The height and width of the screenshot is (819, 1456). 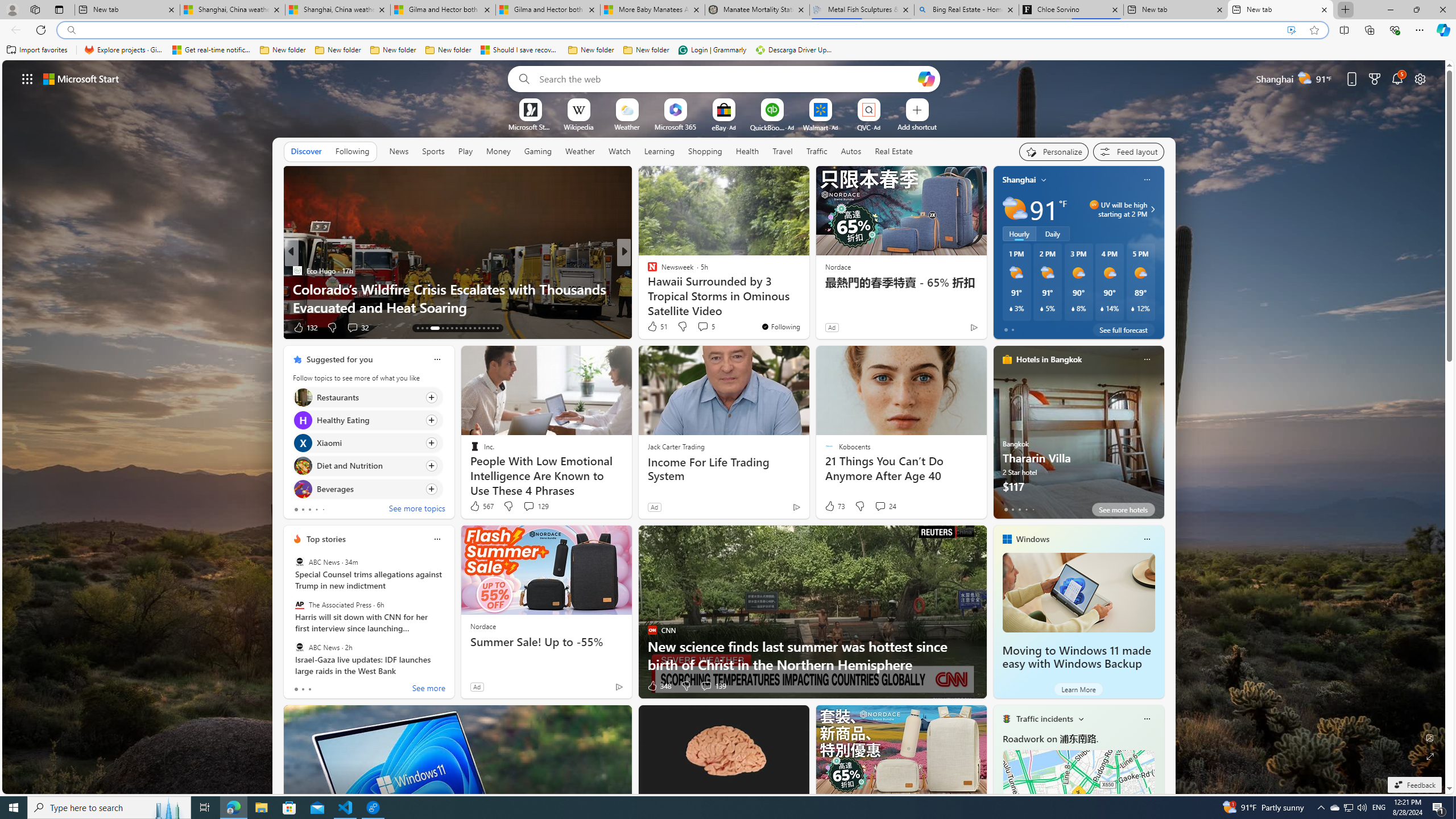 What do you see at coordinates (652, 327) in the screenshot?
I see `'76 Like'` at bounding box center [652, 327].